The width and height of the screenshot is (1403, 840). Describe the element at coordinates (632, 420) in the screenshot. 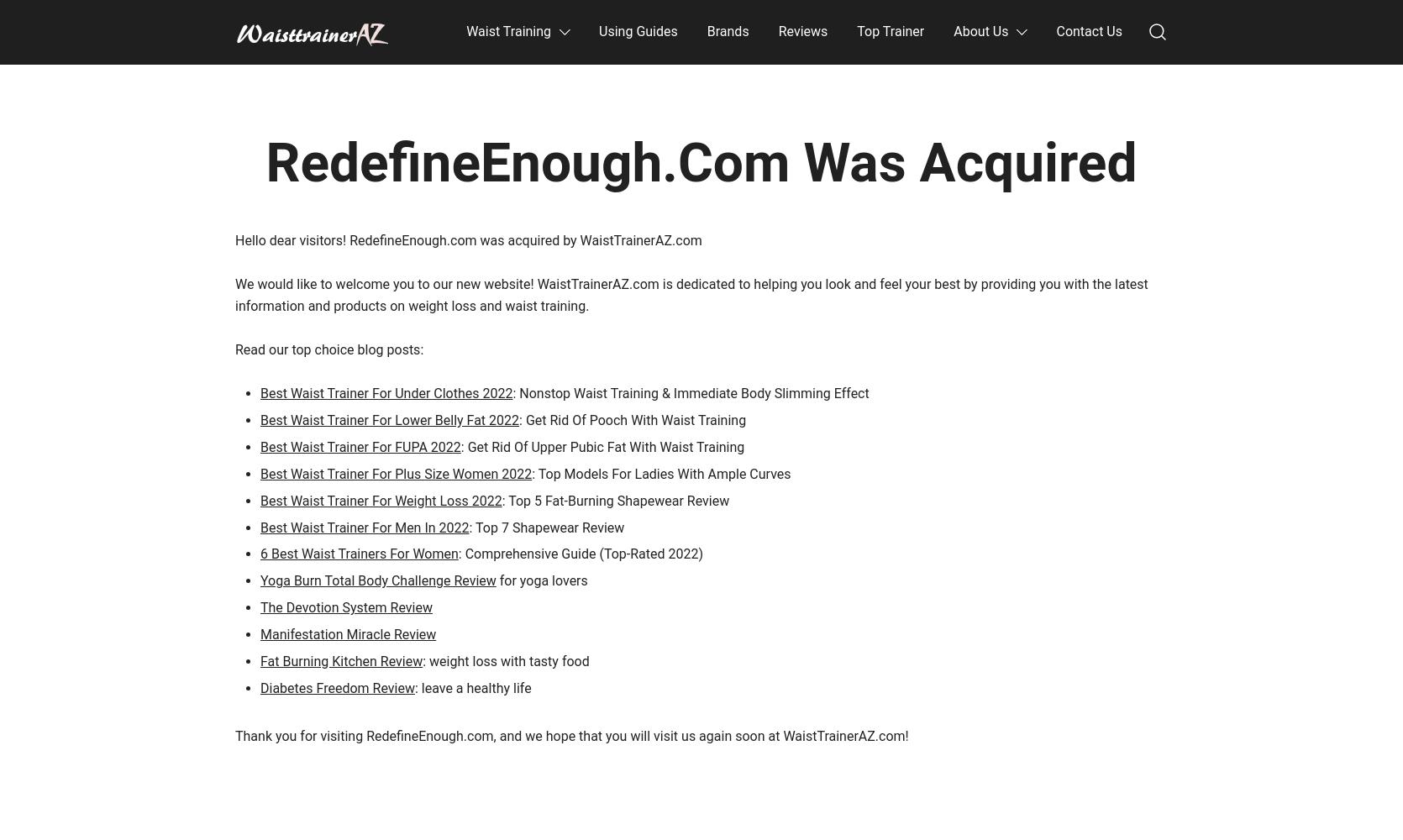

I see `': Get Rid Of Pooch With Waist Training'` at that location.